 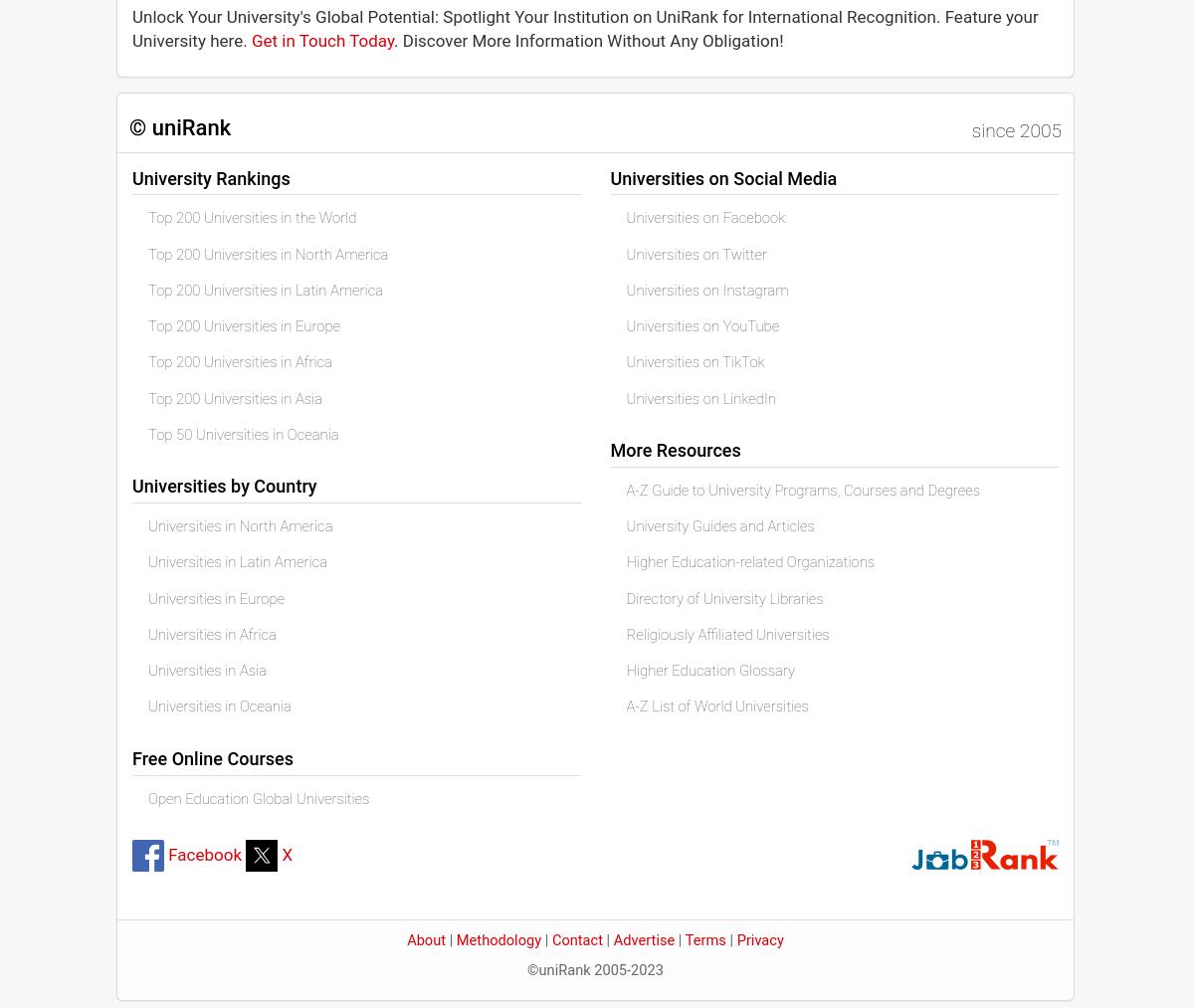 I want to click on 'Top 50 Universities in Oceania', so click(x=242, y=432).